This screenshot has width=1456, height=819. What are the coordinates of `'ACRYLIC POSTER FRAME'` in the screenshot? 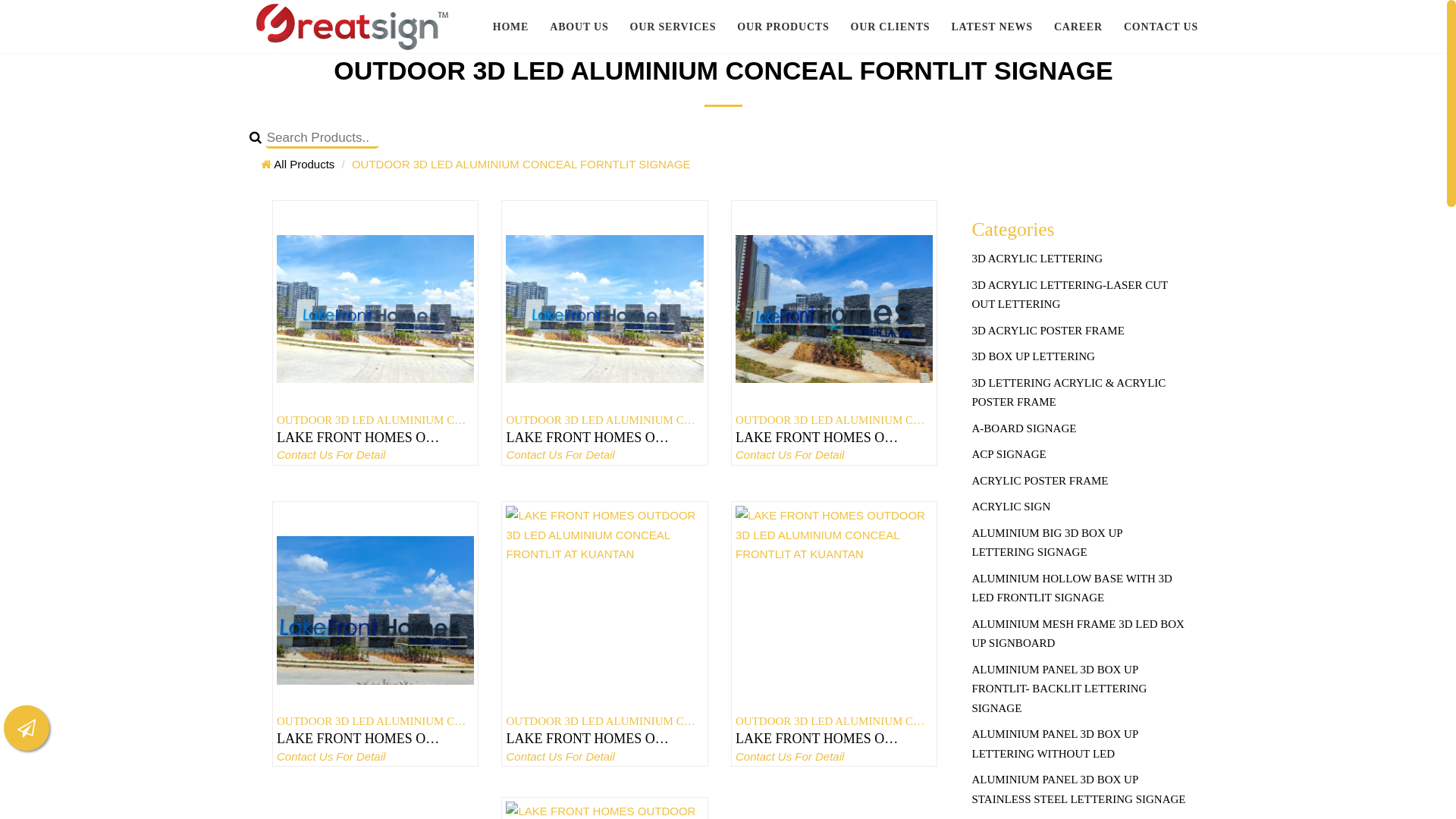 It's located at (1078, 482).